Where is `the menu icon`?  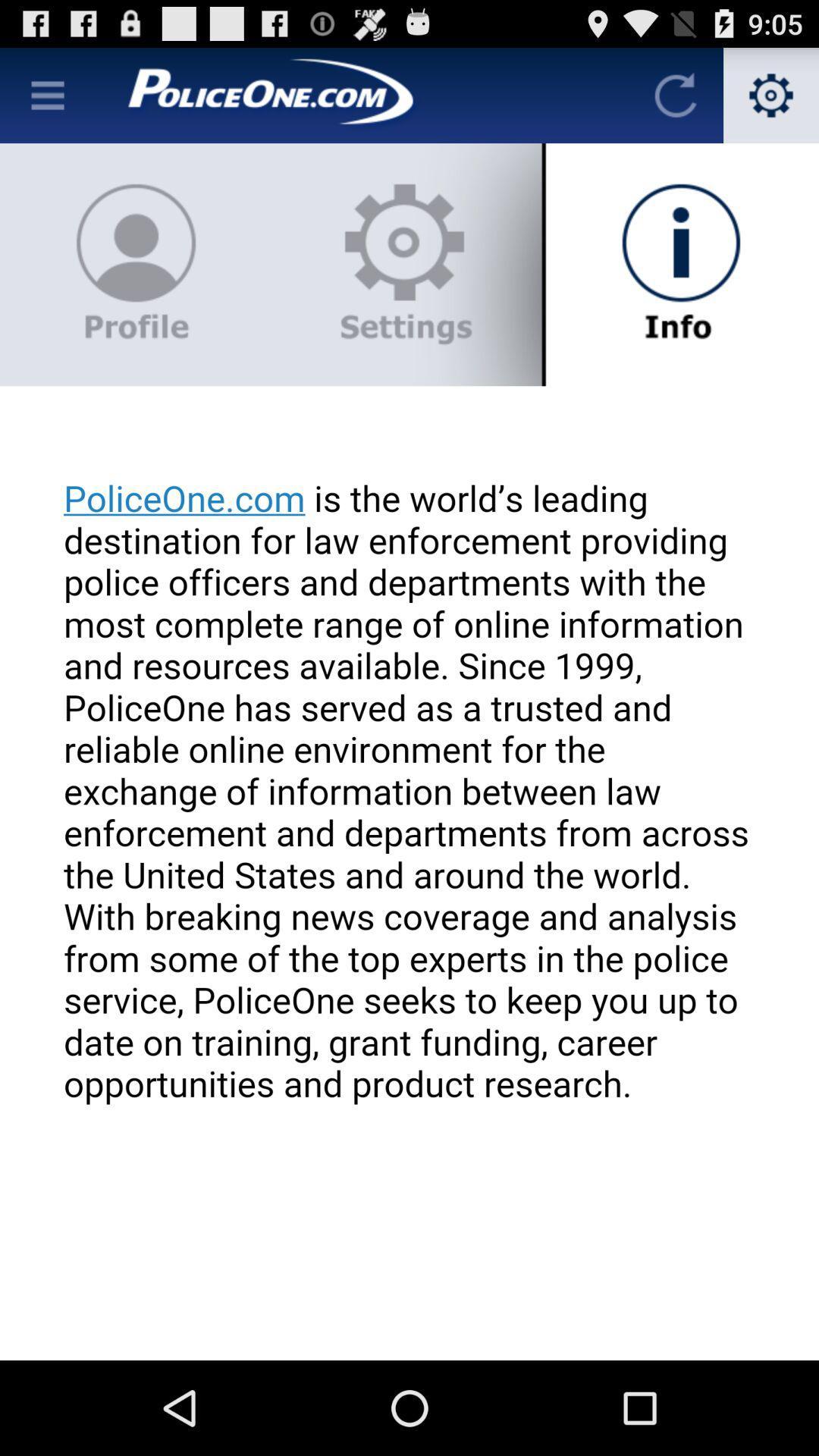 the menu icon is located at coordinates (46, 101).